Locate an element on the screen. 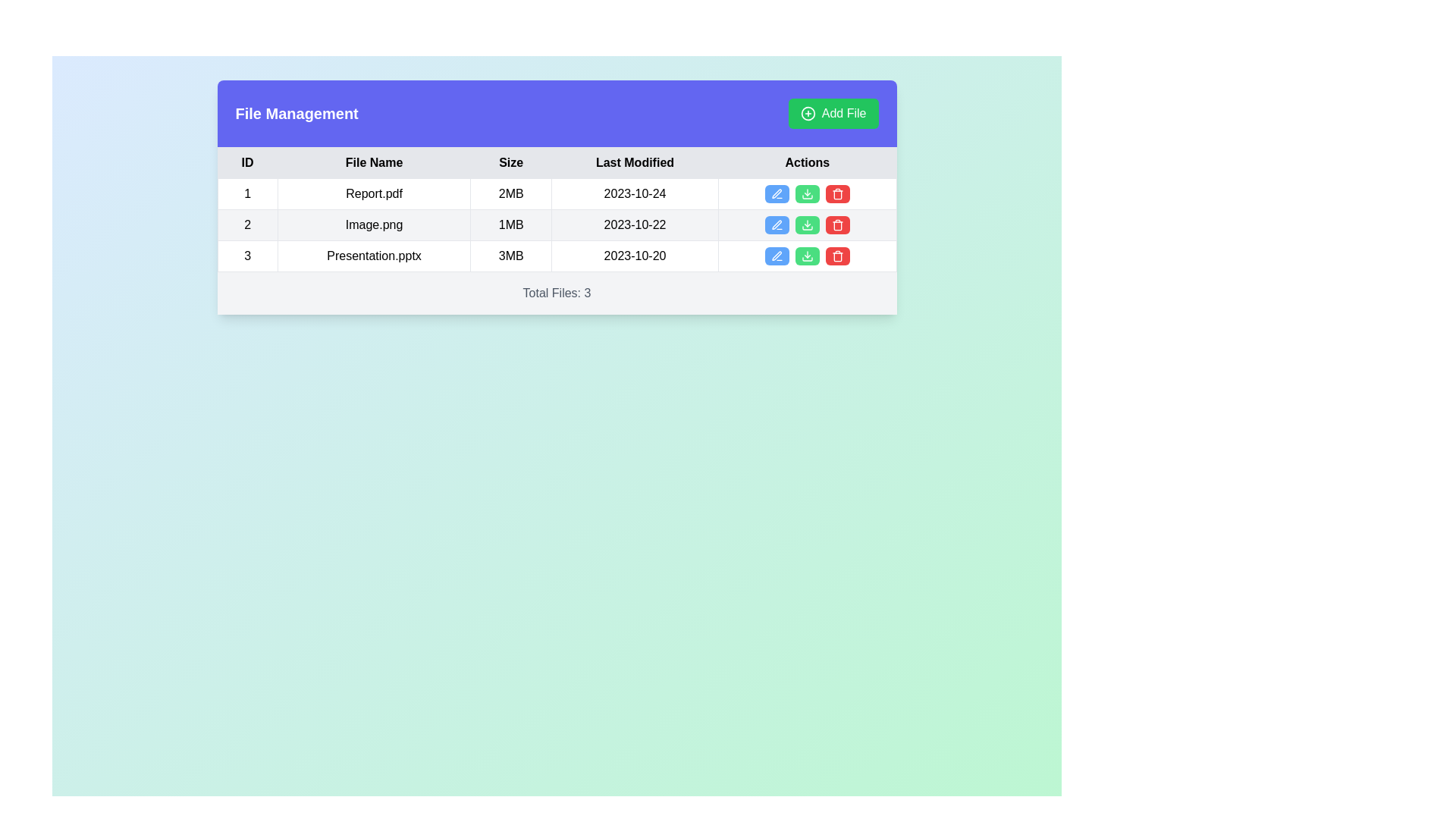  the 'Size' header label in the table, which is located at the third position between 'File Name' and 'Last Modified' is located at coordinates (511, 163).